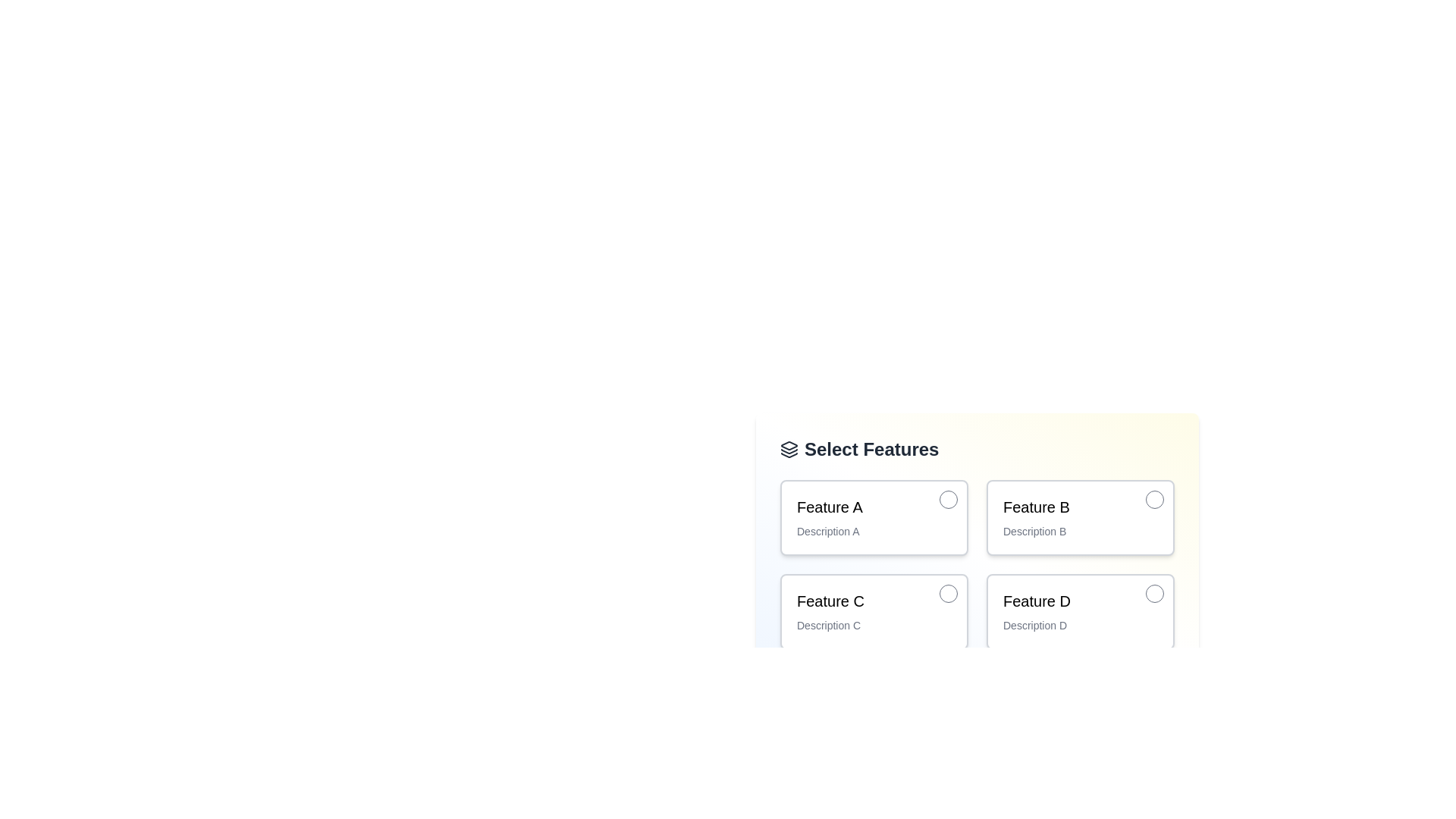  Describe the element at coordinates (789, 444) in the screenshot. I see `the decorative icon located in the top-left corner of the 'Select Features' section, which symbolizes layer functionalities` at that location.